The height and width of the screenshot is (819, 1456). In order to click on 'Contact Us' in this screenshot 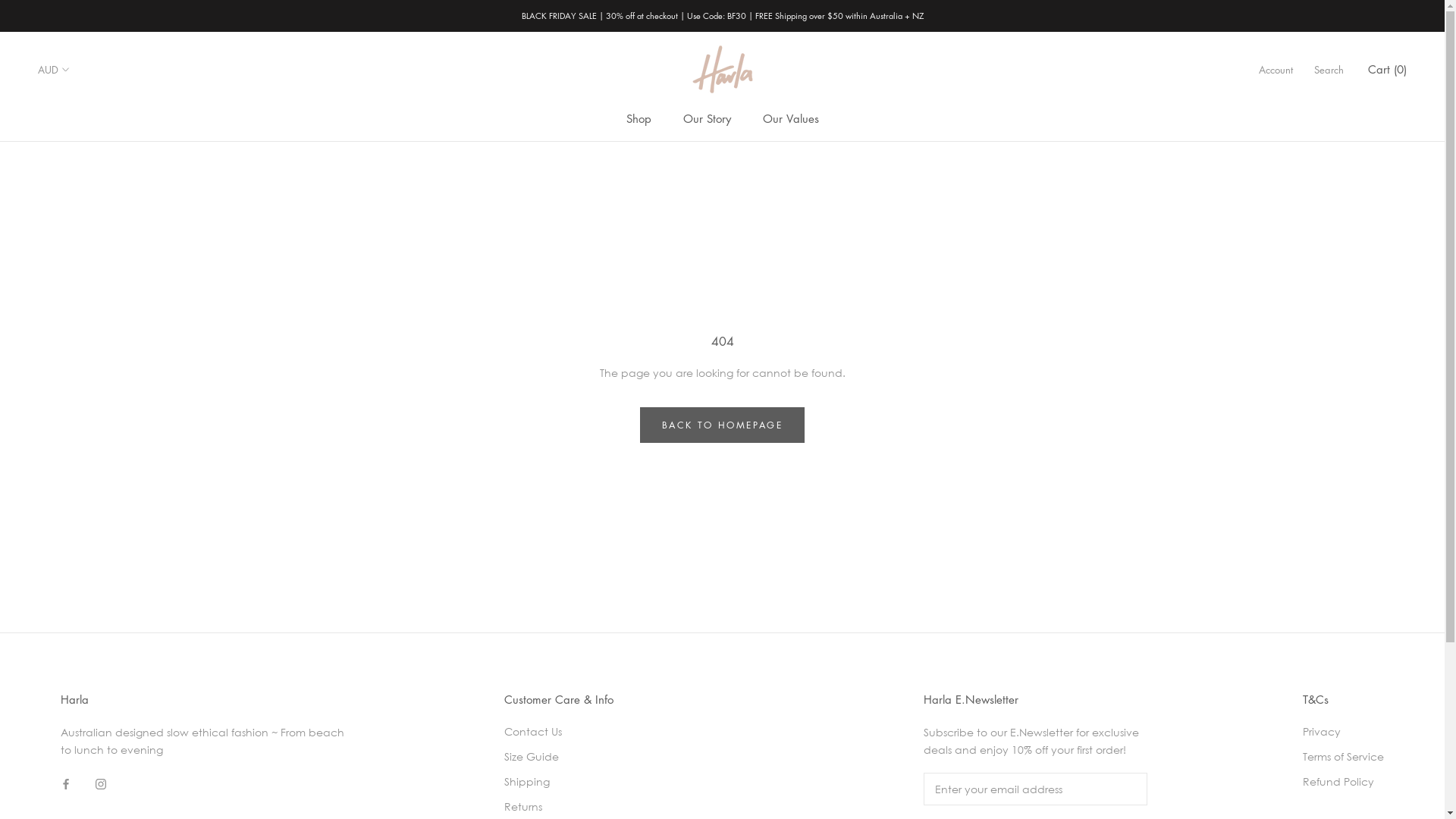, I will do `click(504, 730)`.